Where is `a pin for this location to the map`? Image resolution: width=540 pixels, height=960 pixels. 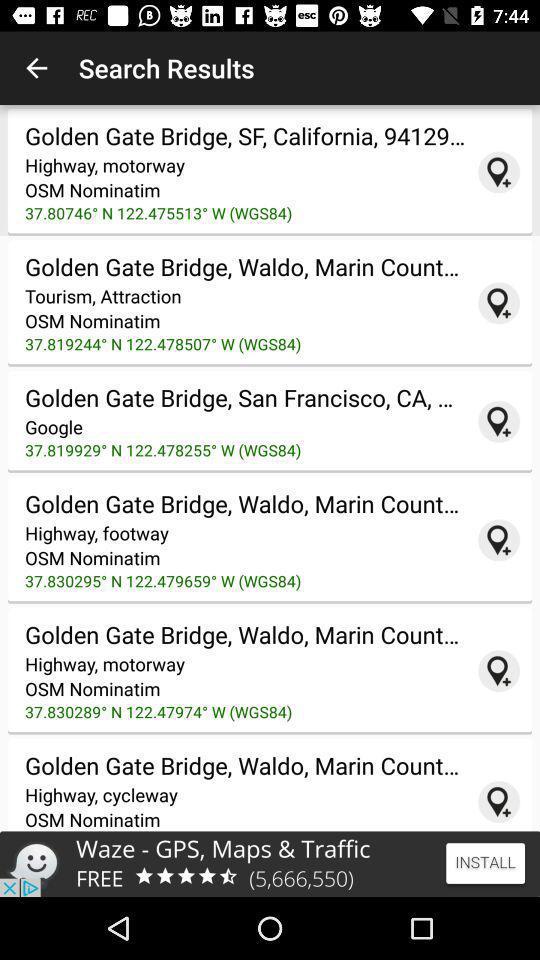 a pin for this location to the map is located at coordinates (498, 539).